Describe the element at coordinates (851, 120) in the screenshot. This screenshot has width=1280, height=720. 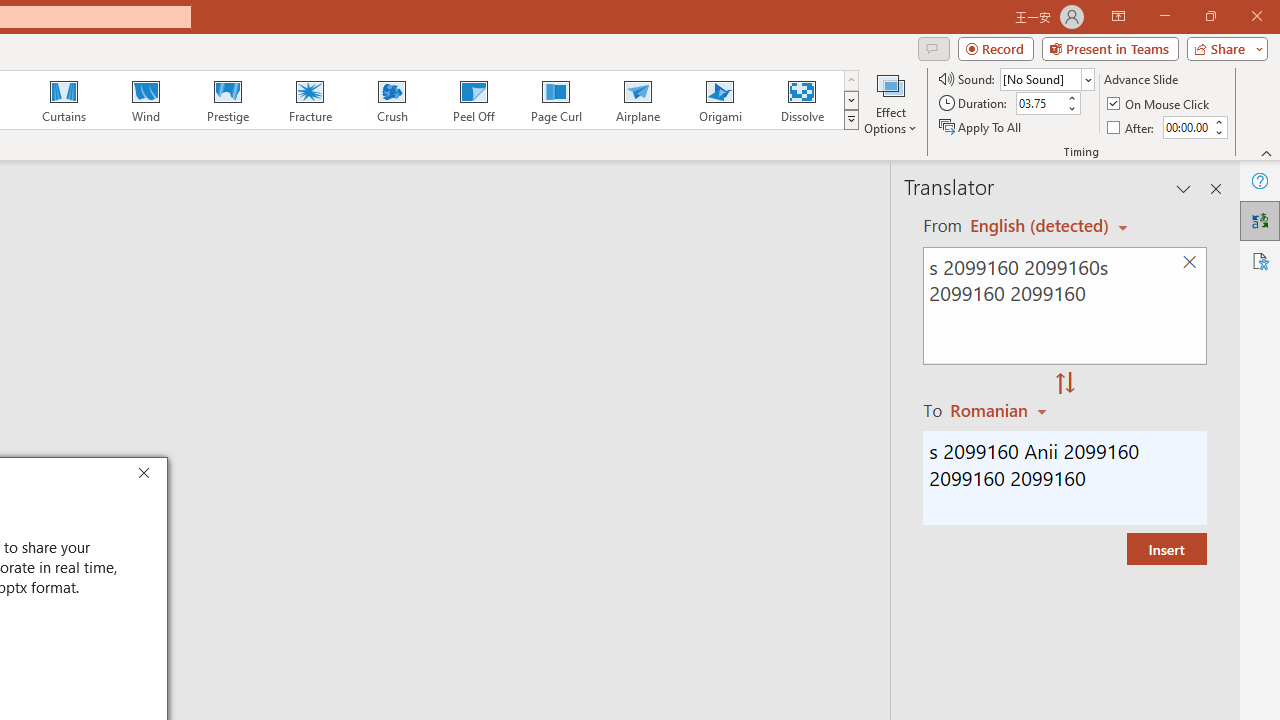
I see `'Transition Effects'` at that location.